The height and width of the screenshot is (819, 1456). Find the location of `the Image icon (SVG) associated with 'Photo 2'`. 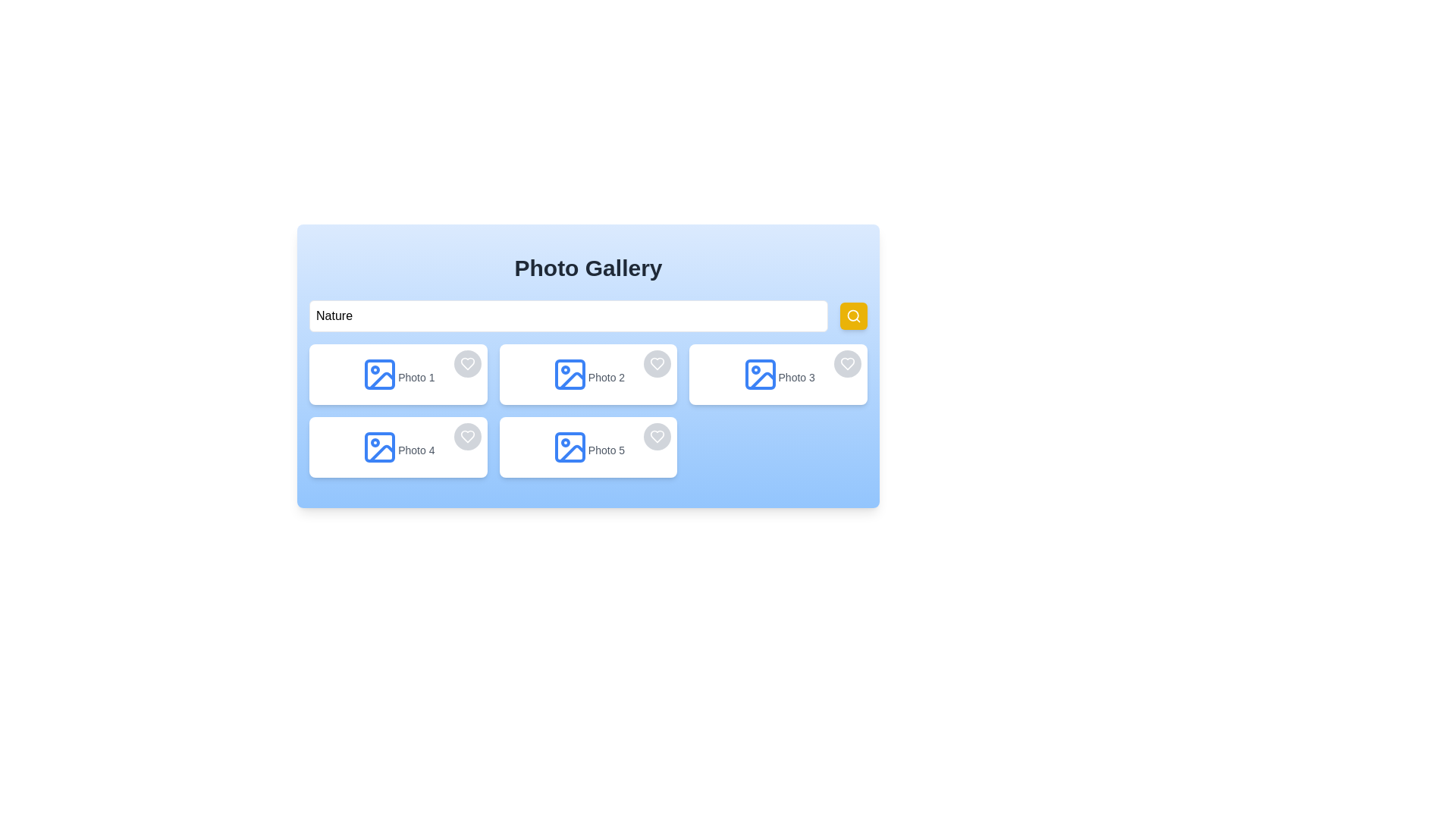

the Image icon (SVG) associated with 'Photo 2' is located at coordinates (569, 374).